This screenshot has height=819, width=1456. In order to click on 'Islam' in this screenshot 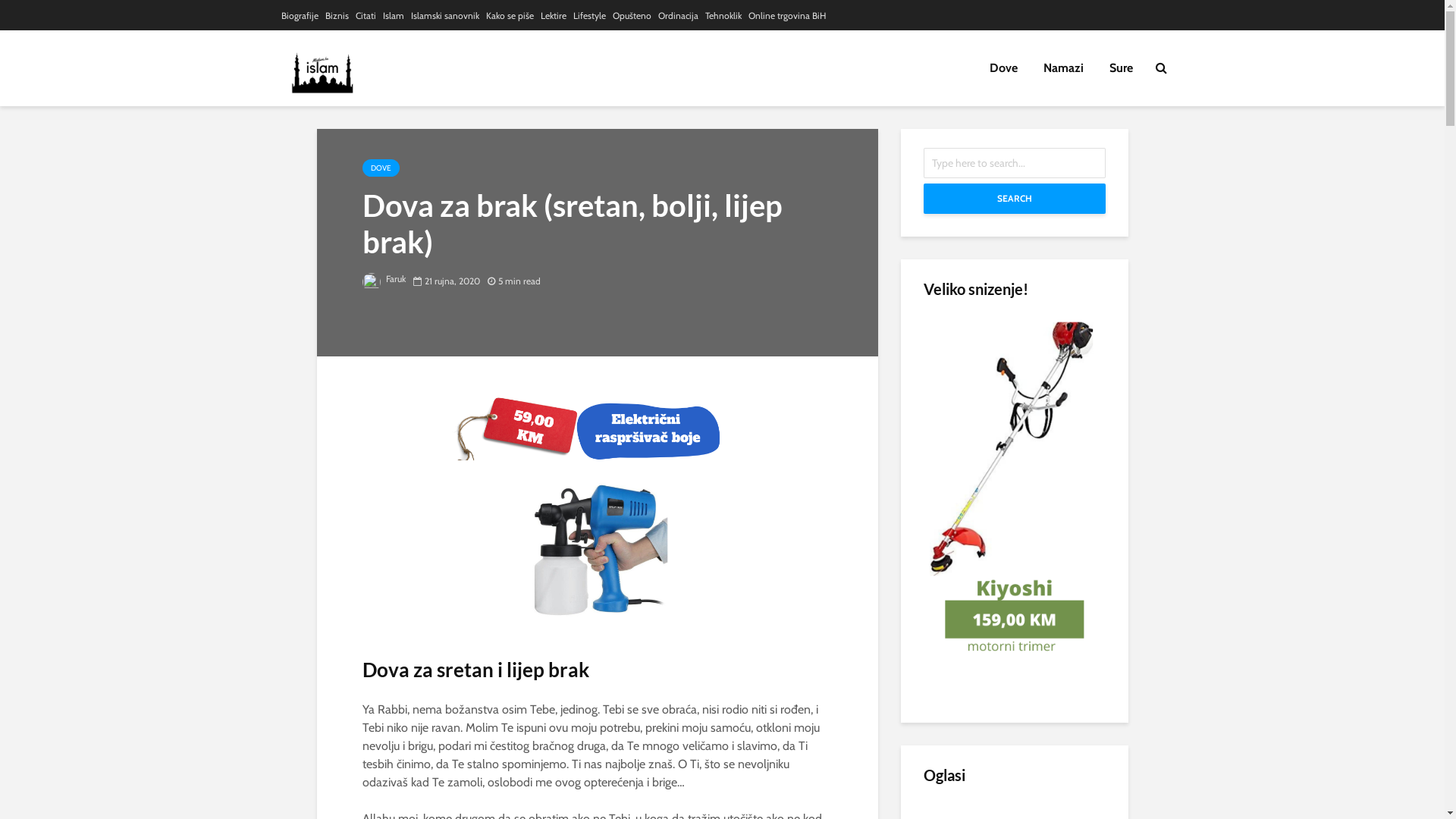, I will do `click(393, 15)`.